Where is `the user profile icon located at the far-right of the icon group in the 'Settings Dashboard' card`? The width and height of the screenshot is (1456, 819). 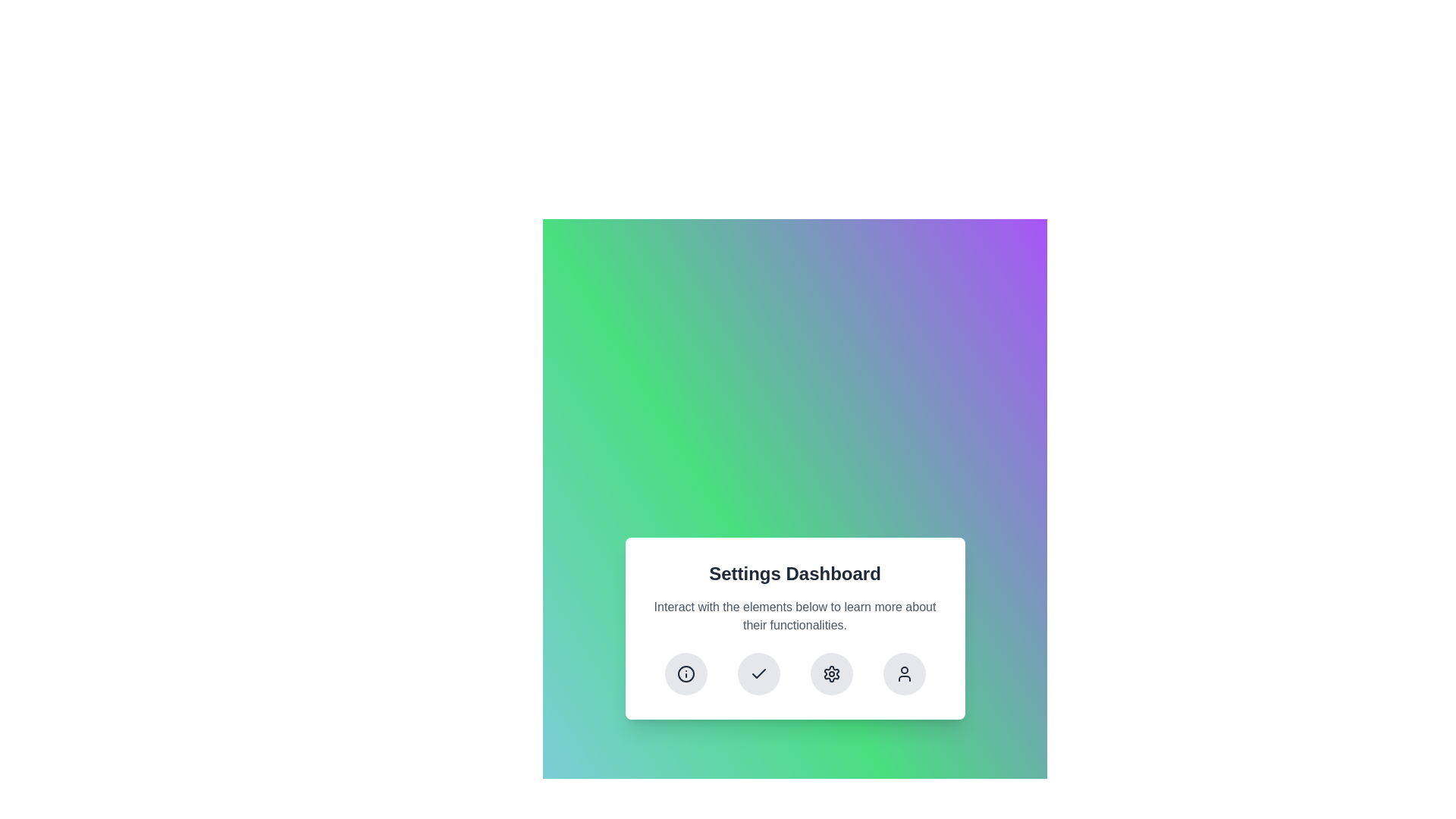 the user profile icon located at the far-right of the icon group in the 'Settings Dashboard' card is located at coordinates (904, 673).